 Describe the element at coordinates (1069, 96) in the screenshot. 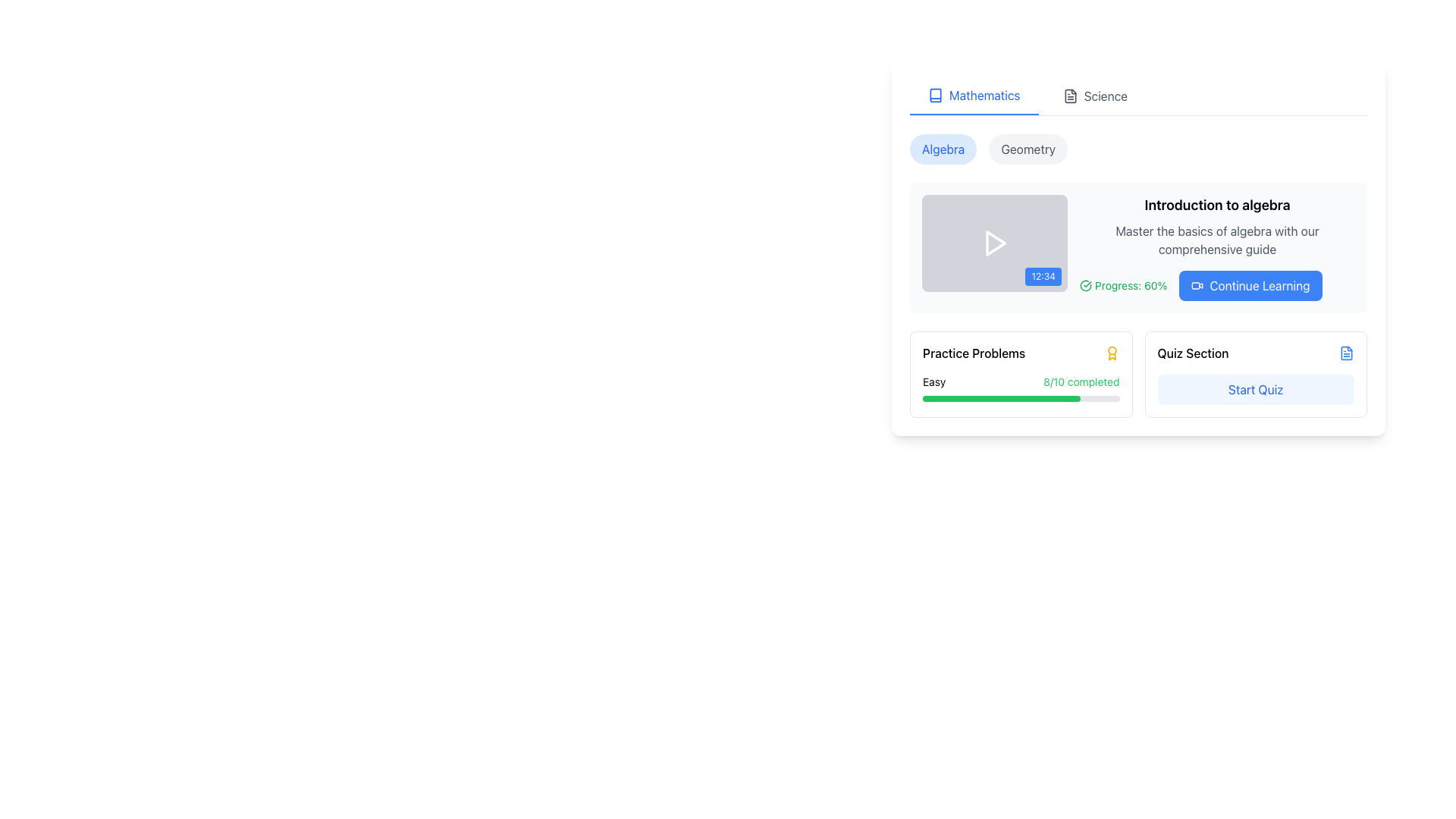

I see `the 'Science' icon located in the header section, adjacent to the text 'Science' and following 'Mathematics'` at that location.